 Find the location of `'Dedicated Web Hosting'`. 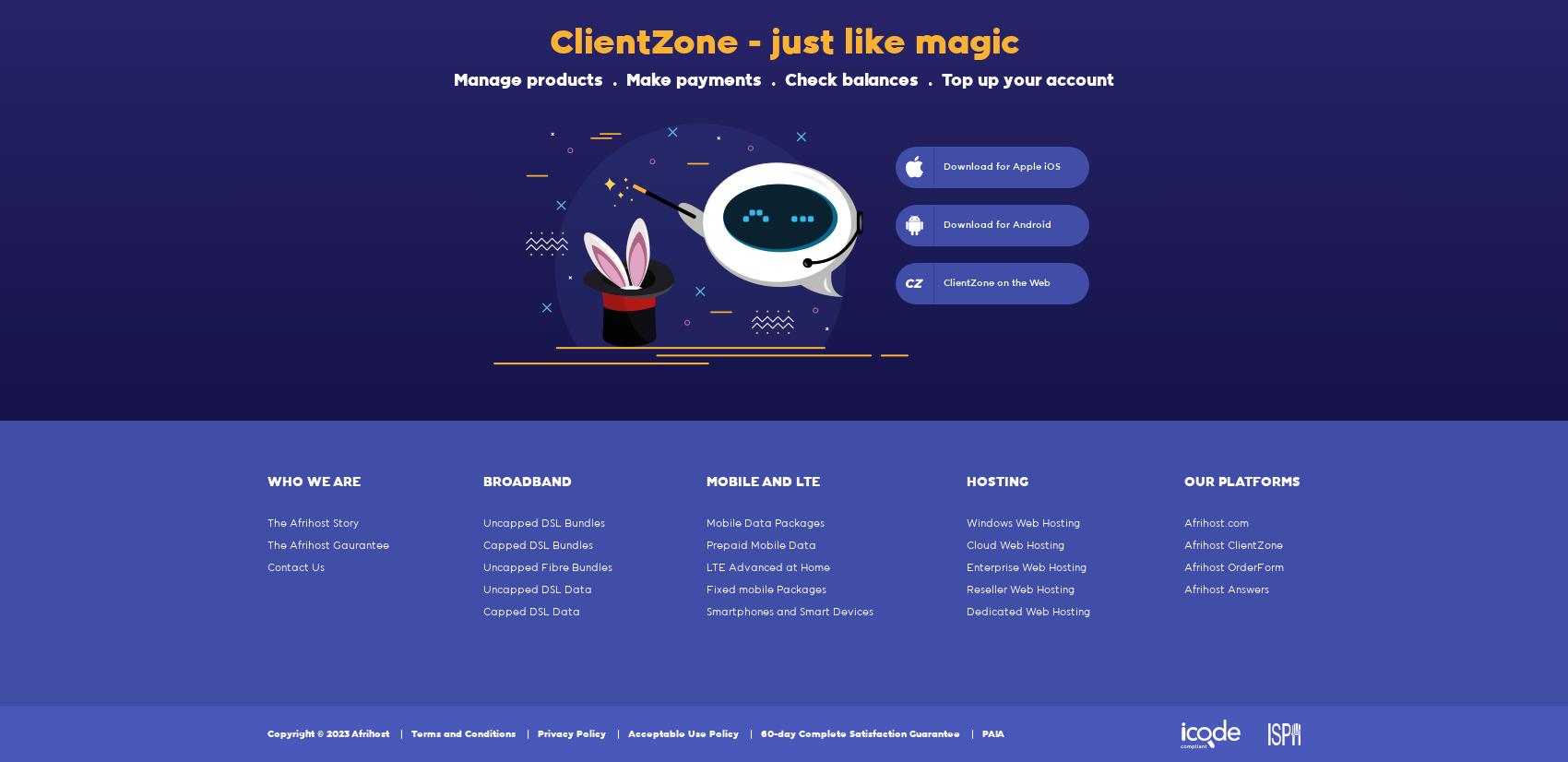

'Dedicated Web Hosting' is located at coordinates (1028, 612).